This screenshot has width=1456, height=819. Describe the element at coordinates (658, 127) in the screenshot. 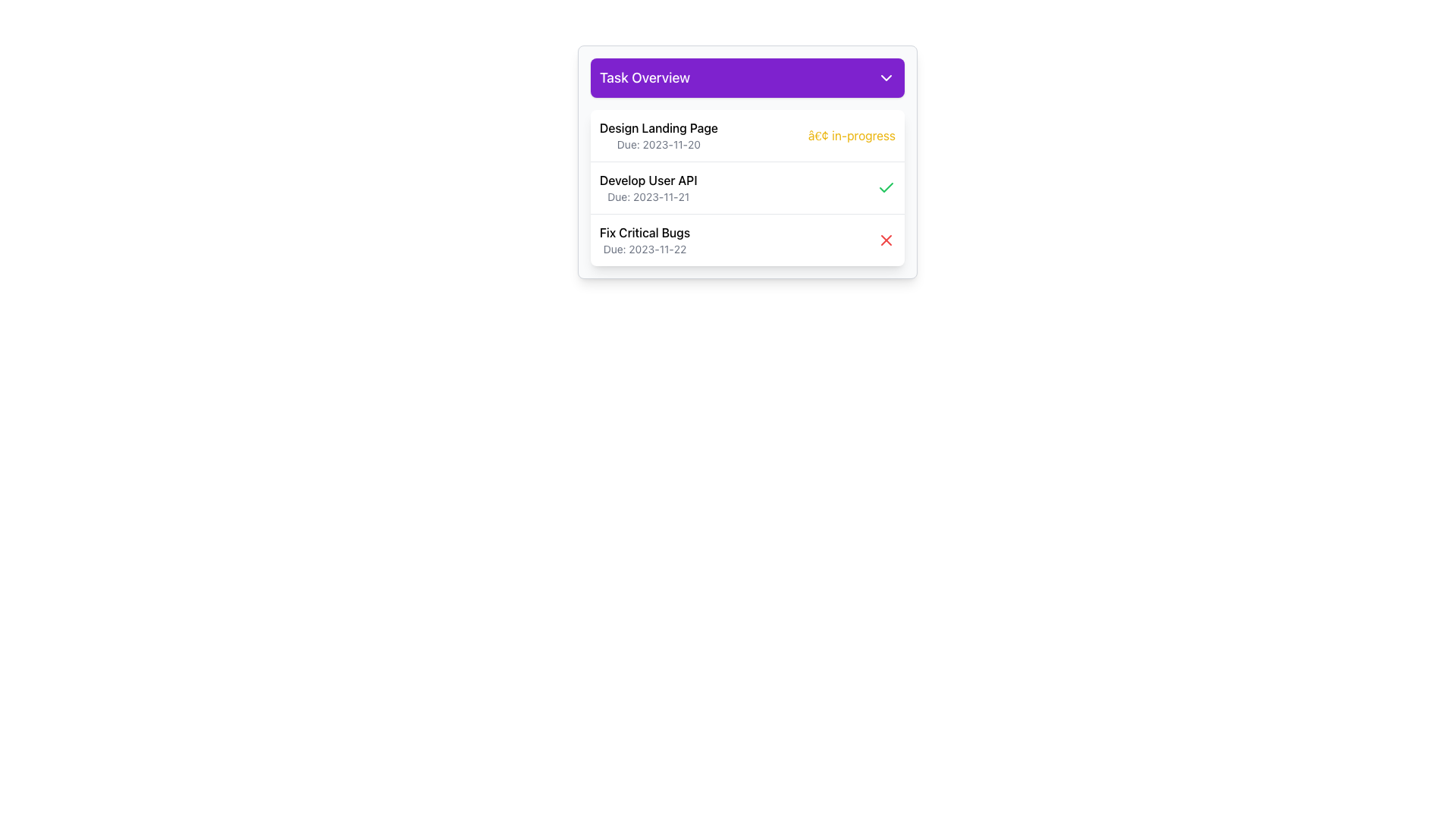

I see `the 'Design Landing Page' text label element at the top of the task list interface` at that location.